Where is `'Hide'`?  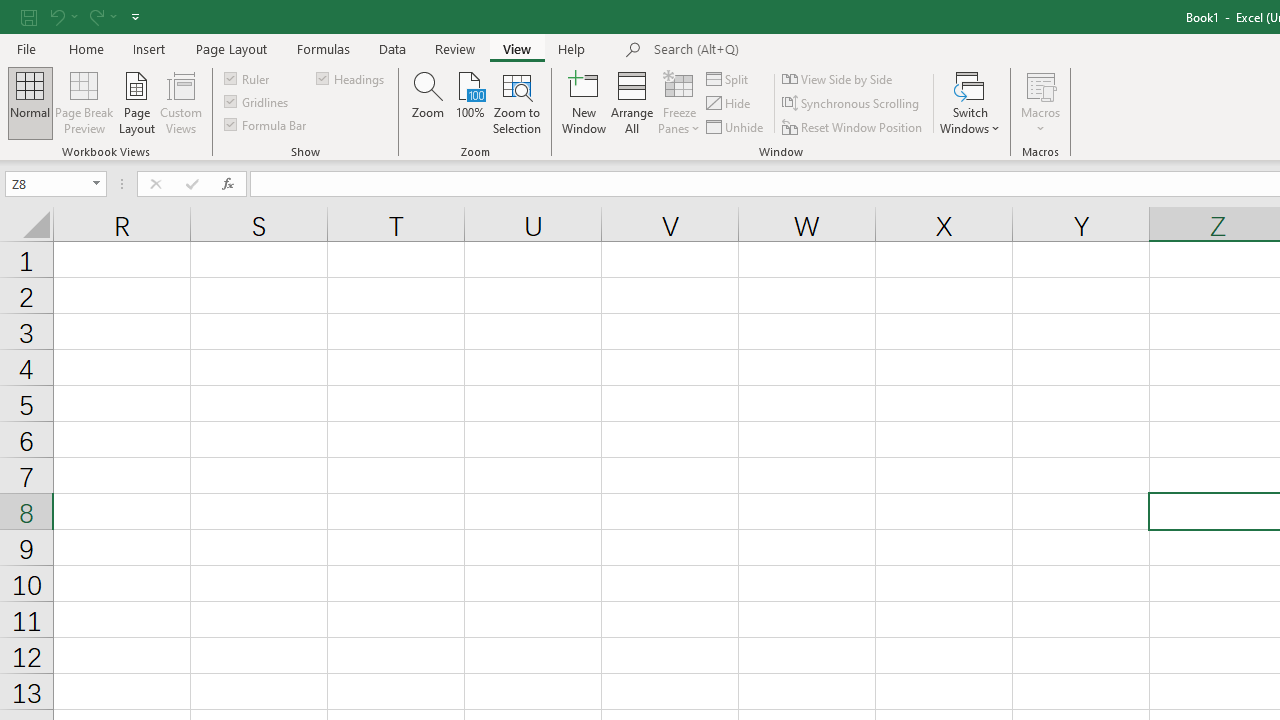 'Hide' is located at coordinates (728, 103).